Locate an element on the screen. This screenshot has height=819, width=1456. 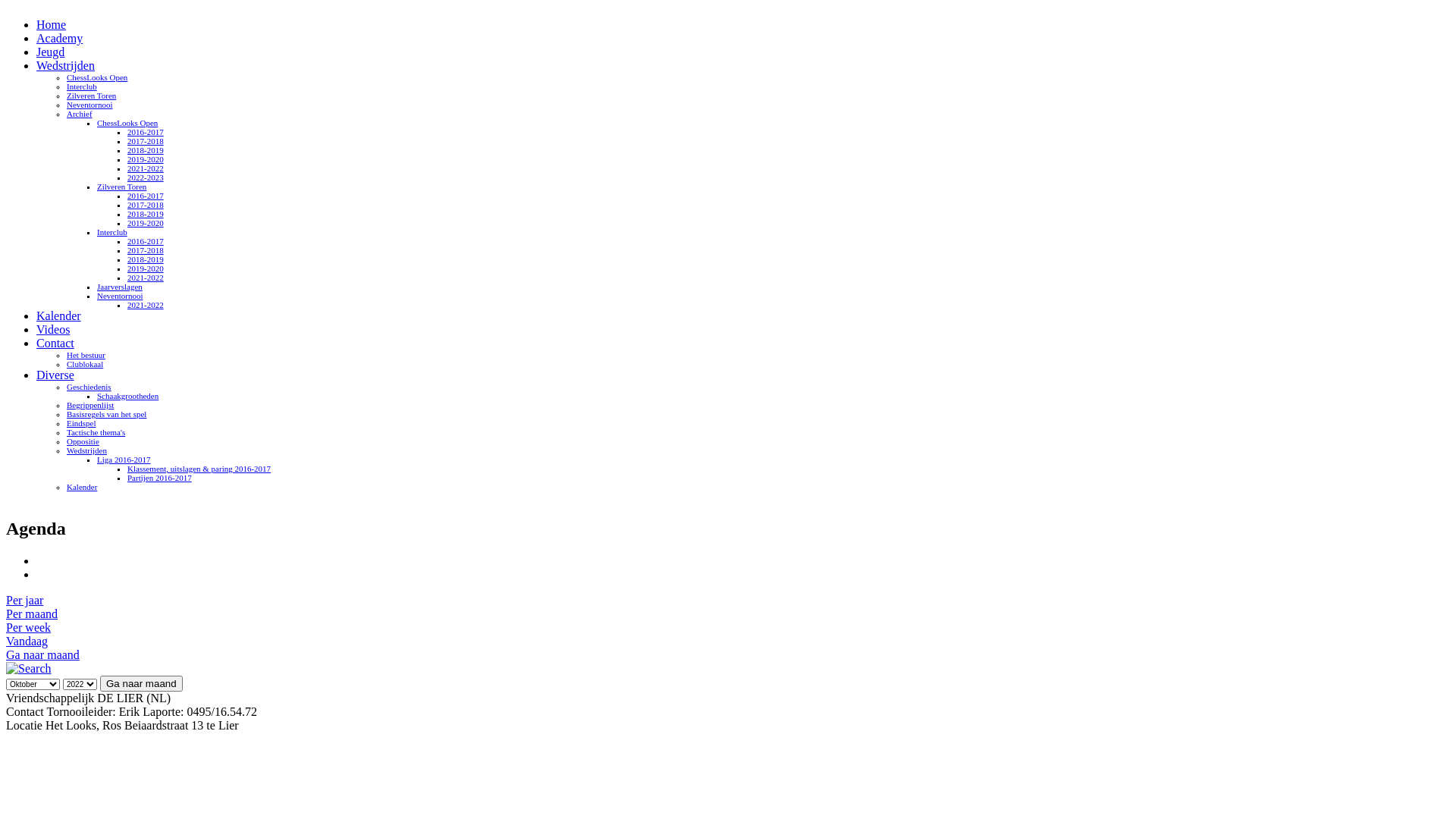
'2016-2017' is located at coordinates (146, 195).